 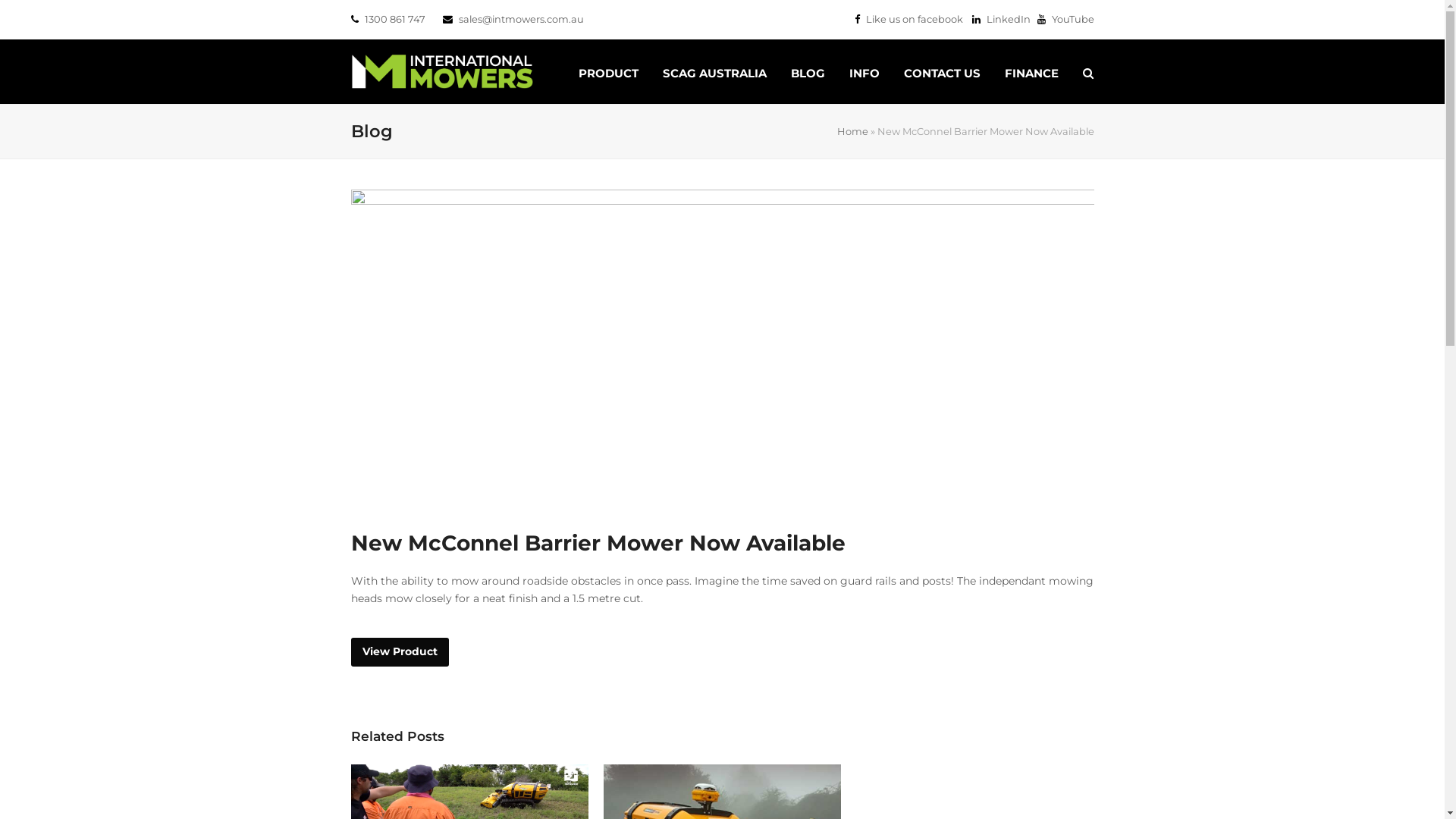 I want to click on 'LinkedIn', so click(x=1001, y=18).